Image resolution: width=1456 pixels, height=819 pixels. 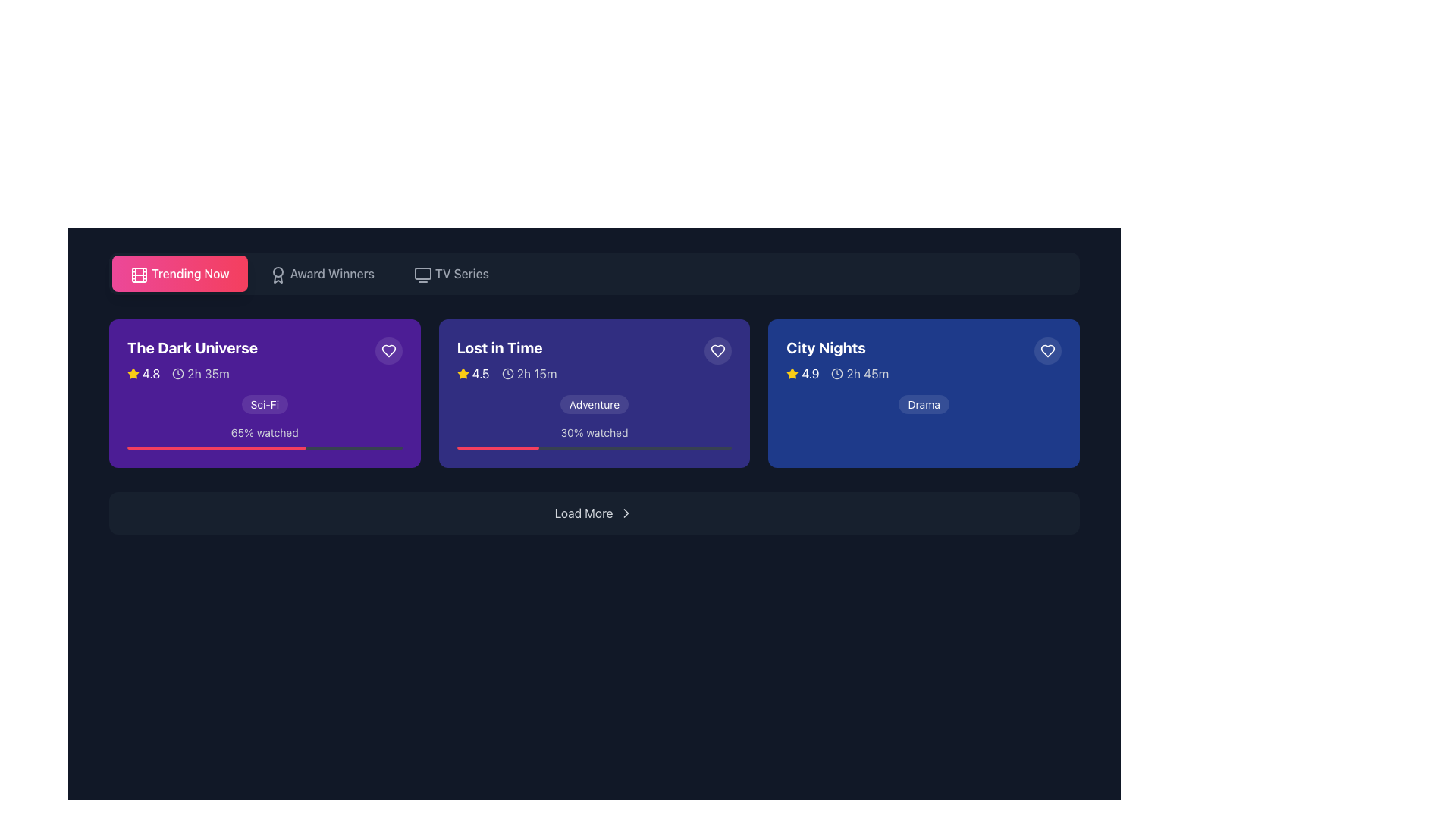 What do you see at coordinates (825, 348) in the screenshot?
I see `the text label 'City Nights' displayed in a bold and large font size on a blue background to trigger a tooltip or underline animation` at bounding box center [825, 348].